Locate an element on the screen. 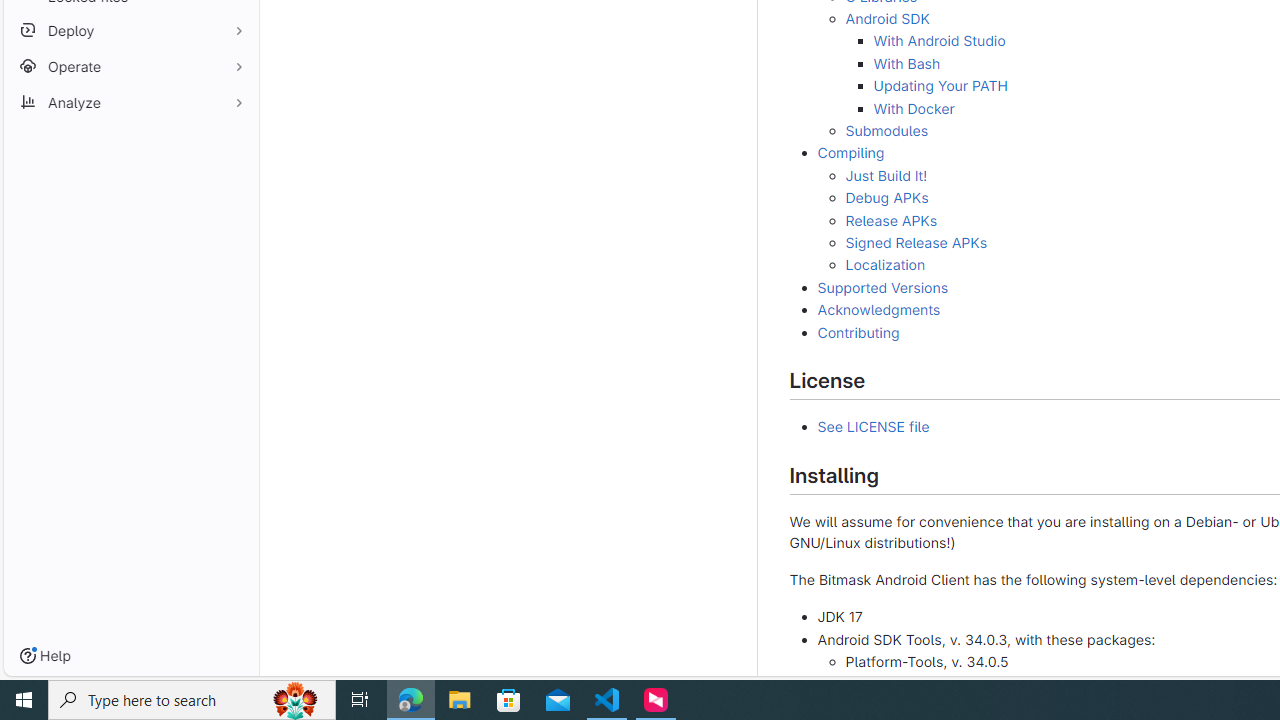 Image resolution: width=1280 pixels, height=720 pixels. 'Android SDK' is located at coordinates (886, 19).